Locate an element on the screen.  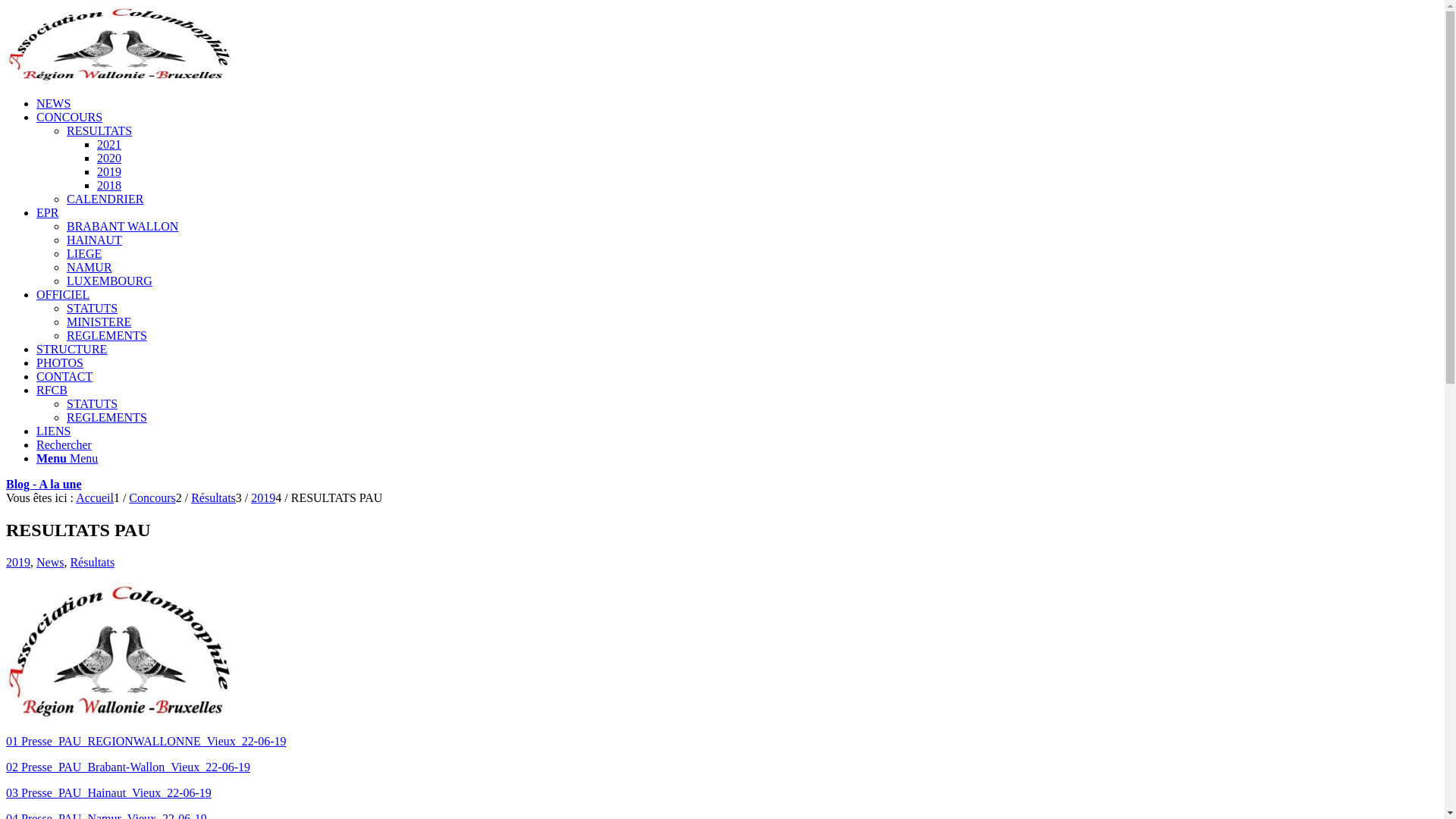
'Rechercher' is located at coordinates (63, 444).